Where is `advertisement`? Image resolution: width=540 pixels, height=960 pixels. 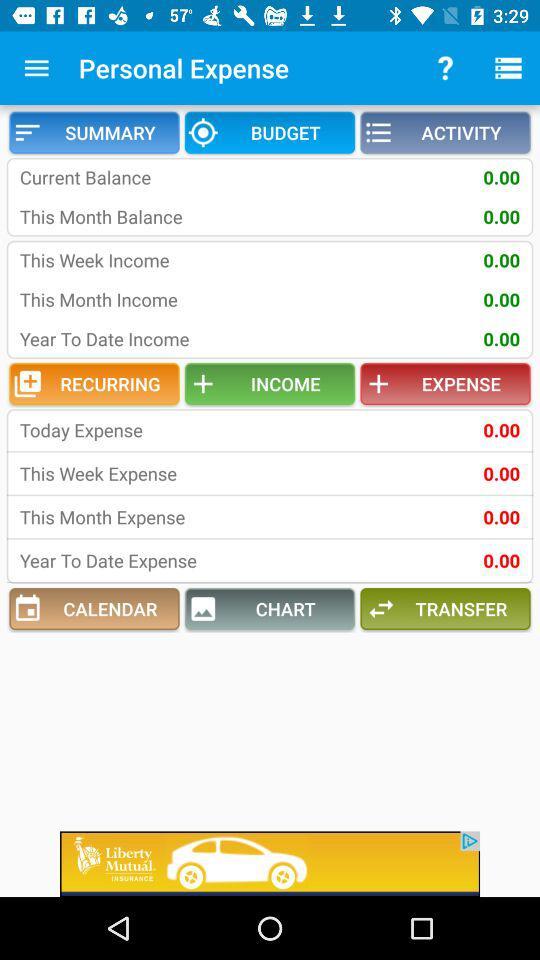 advertisement is located at coordinates (270, 863).